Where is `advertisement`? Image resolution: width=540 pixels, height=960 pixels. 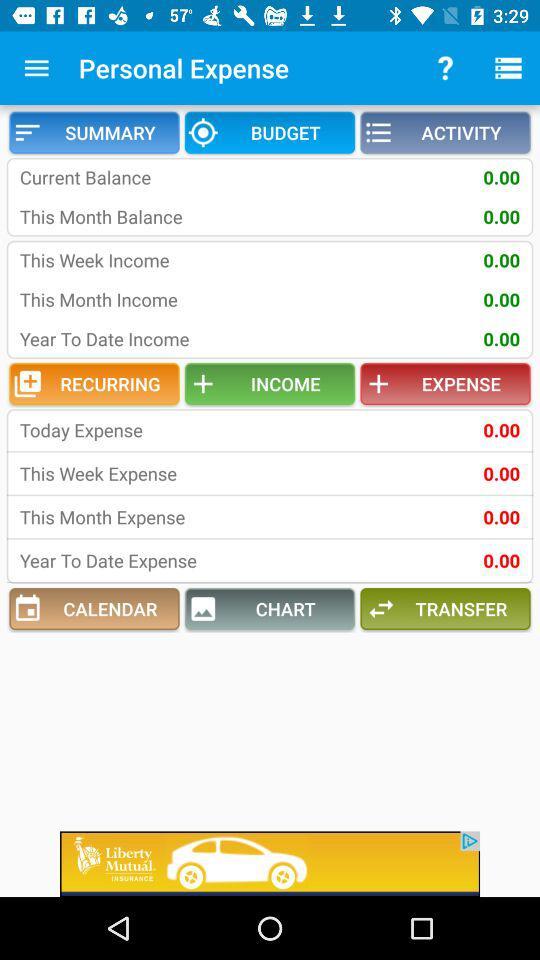 advertisement is located at coordinates (270, 863).